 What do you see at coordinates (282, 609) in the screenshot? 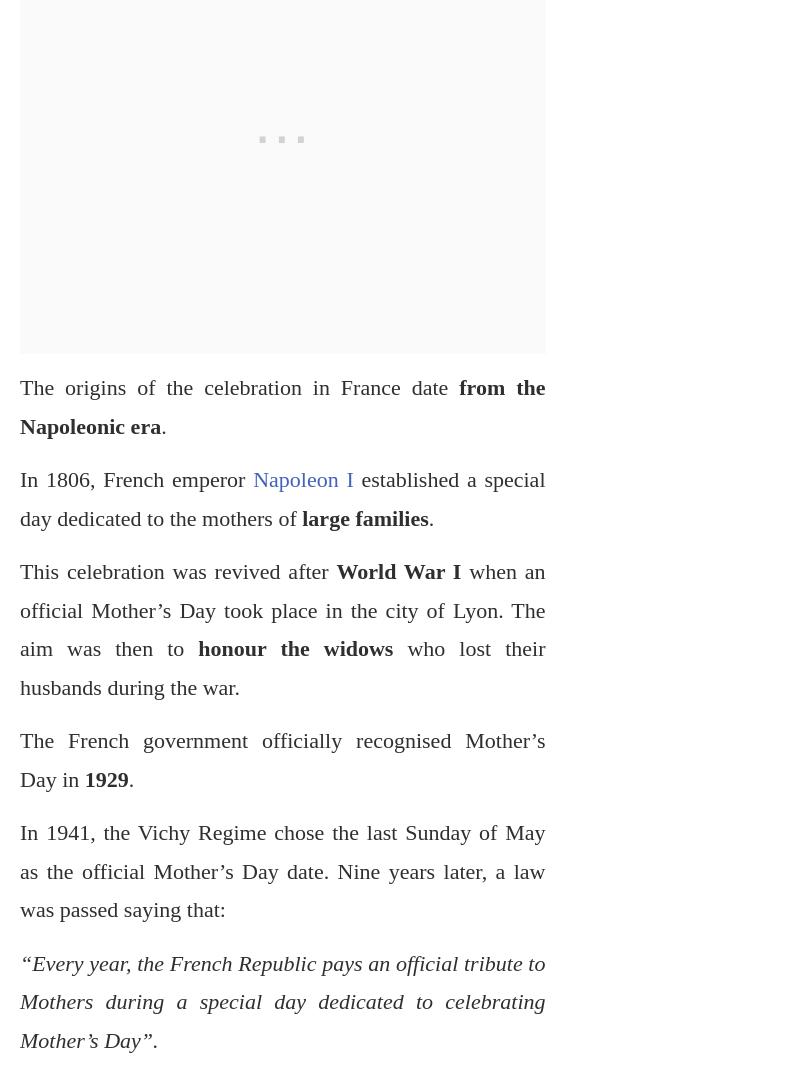
I see `'when an official Mother’s Day took place in the city of Lyon. The aim was then to'` at bounding box center [282, 609].